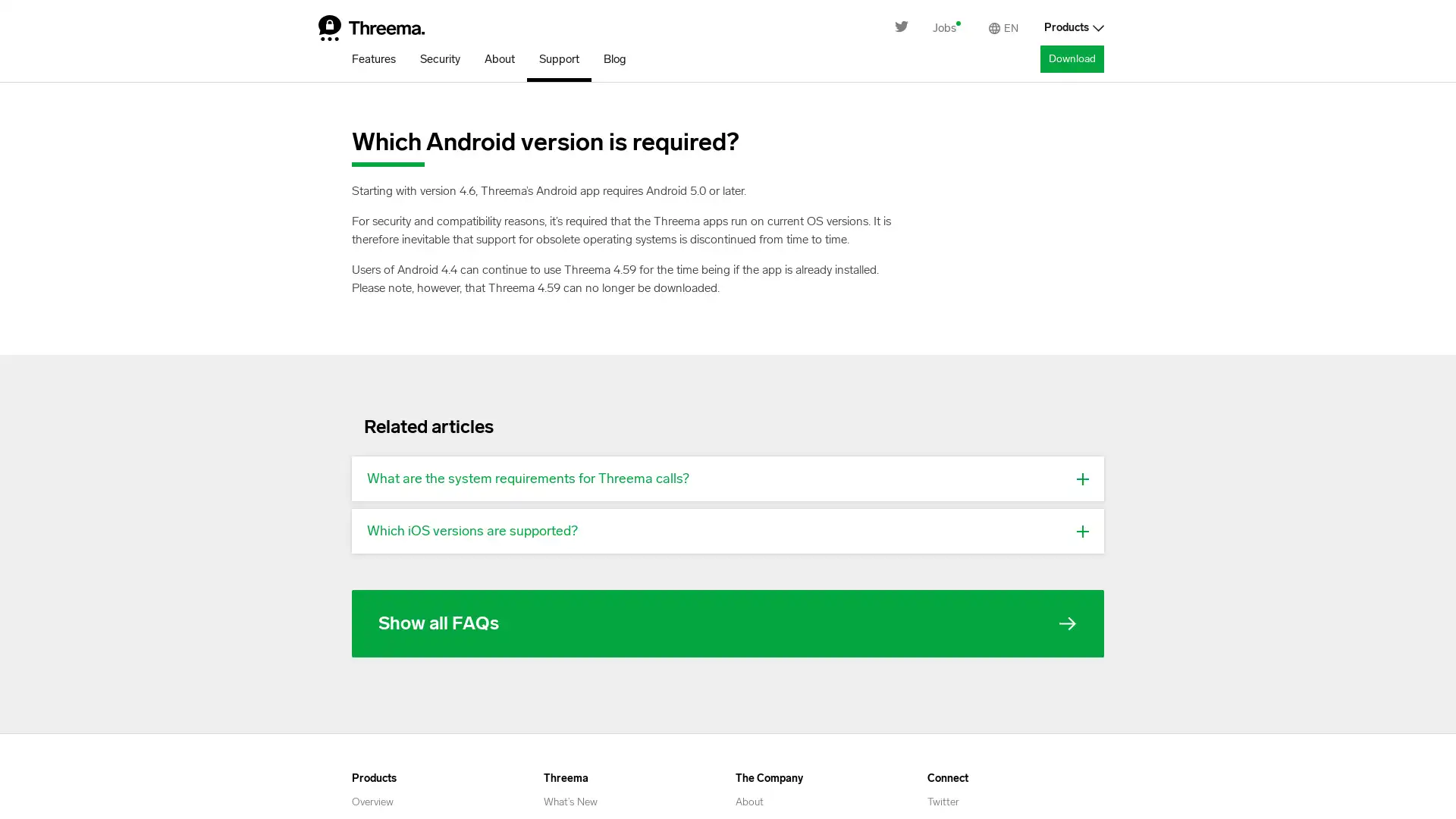 Image resolution: width=1456 pixels, height=819 pixels. Describe the element at coordinates (1069, 28) in the screenshot. I see `Products` at that location.